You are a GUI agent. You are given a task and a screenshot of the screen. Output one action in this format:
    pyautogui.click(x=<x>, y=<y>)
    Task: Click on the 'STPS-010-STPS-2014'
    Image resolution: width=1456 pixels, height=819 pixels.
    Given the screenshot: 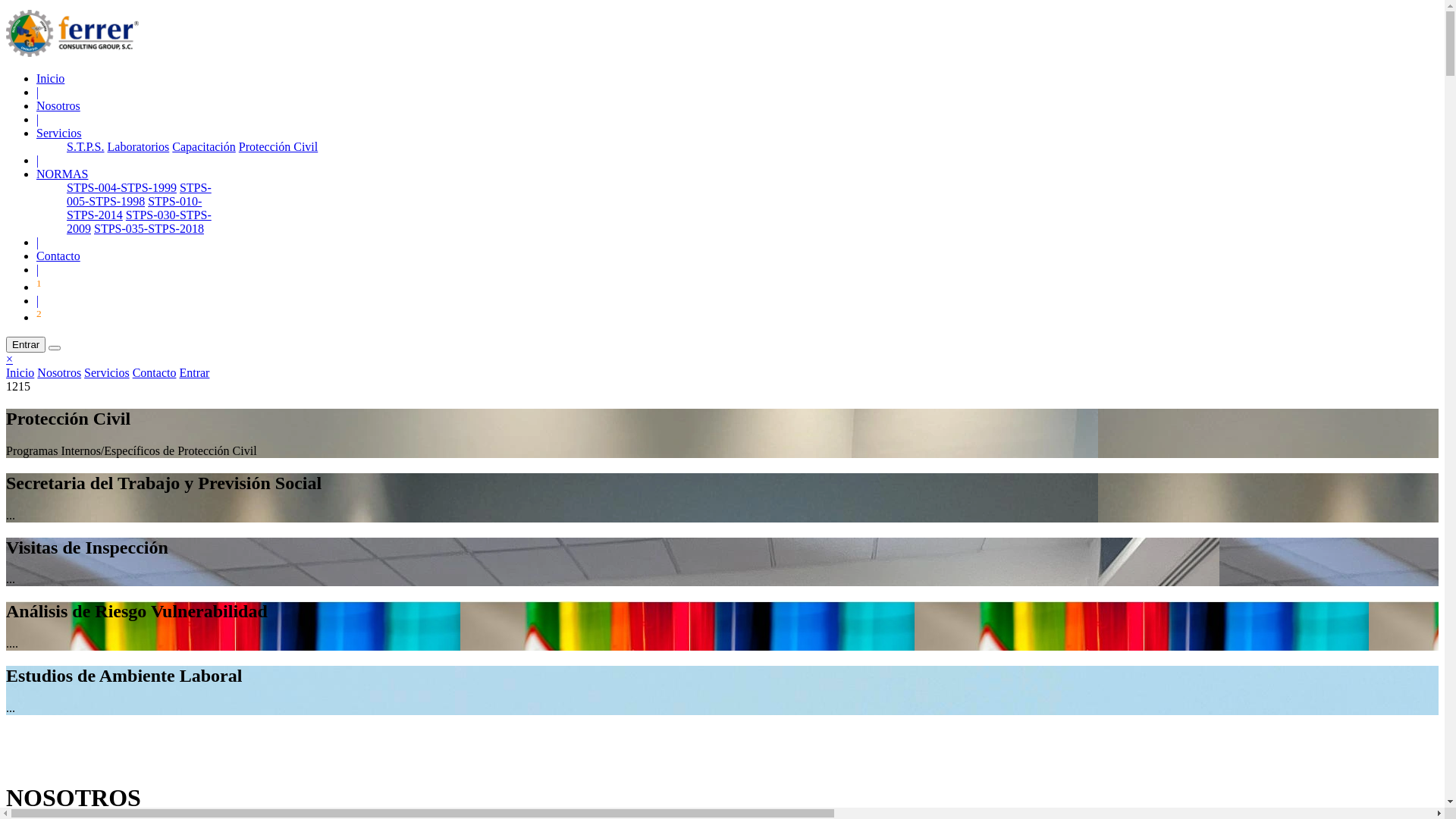 What is the action you would take?
    pyautogui.click(x=134, y=208)
    